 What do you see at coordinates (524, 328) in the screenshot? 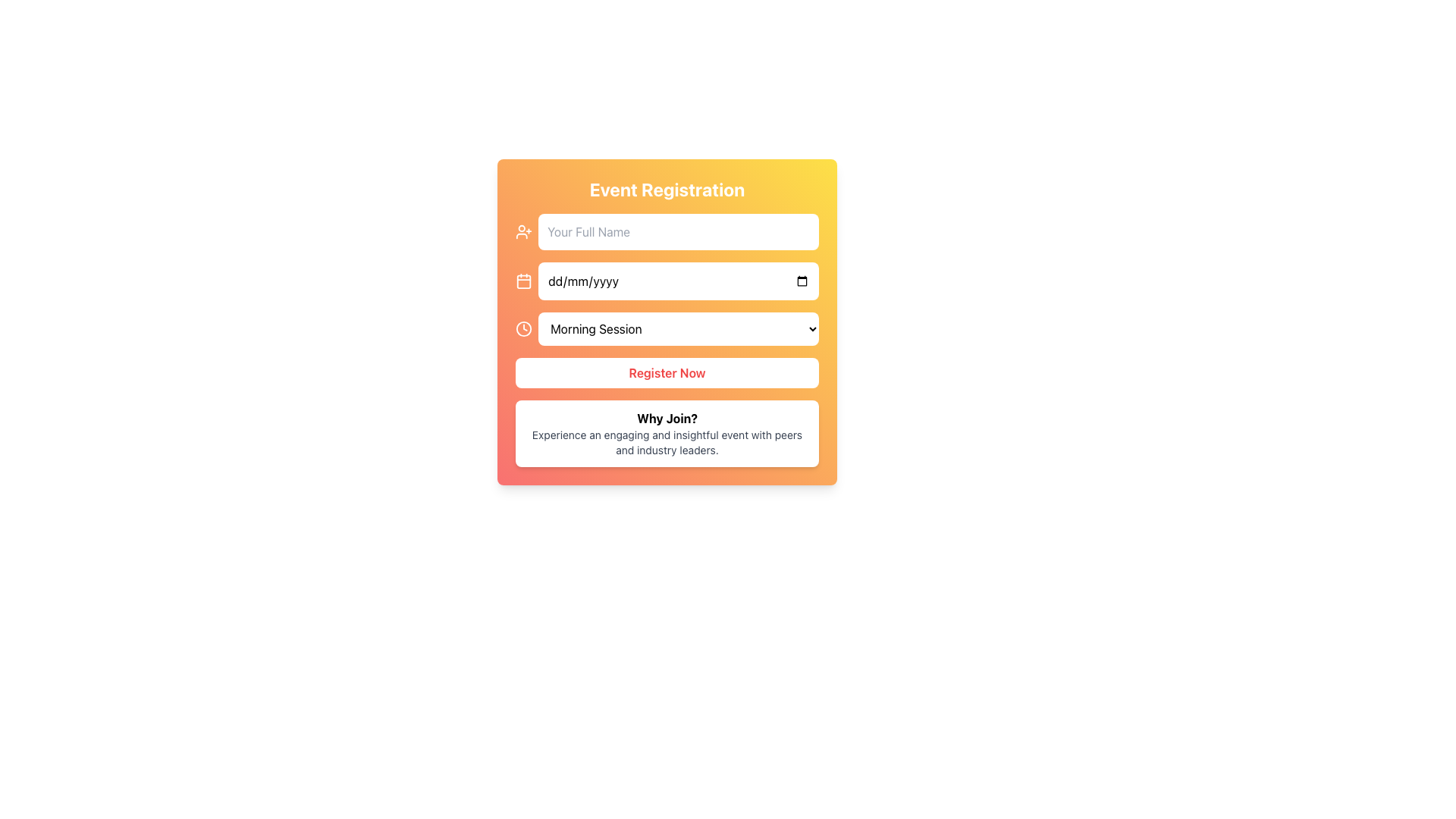
I see `the decorative icon symbolizing time or session selection located to the left of the 'Morning Session' dropdown input field` at bounding box center [524, 328].